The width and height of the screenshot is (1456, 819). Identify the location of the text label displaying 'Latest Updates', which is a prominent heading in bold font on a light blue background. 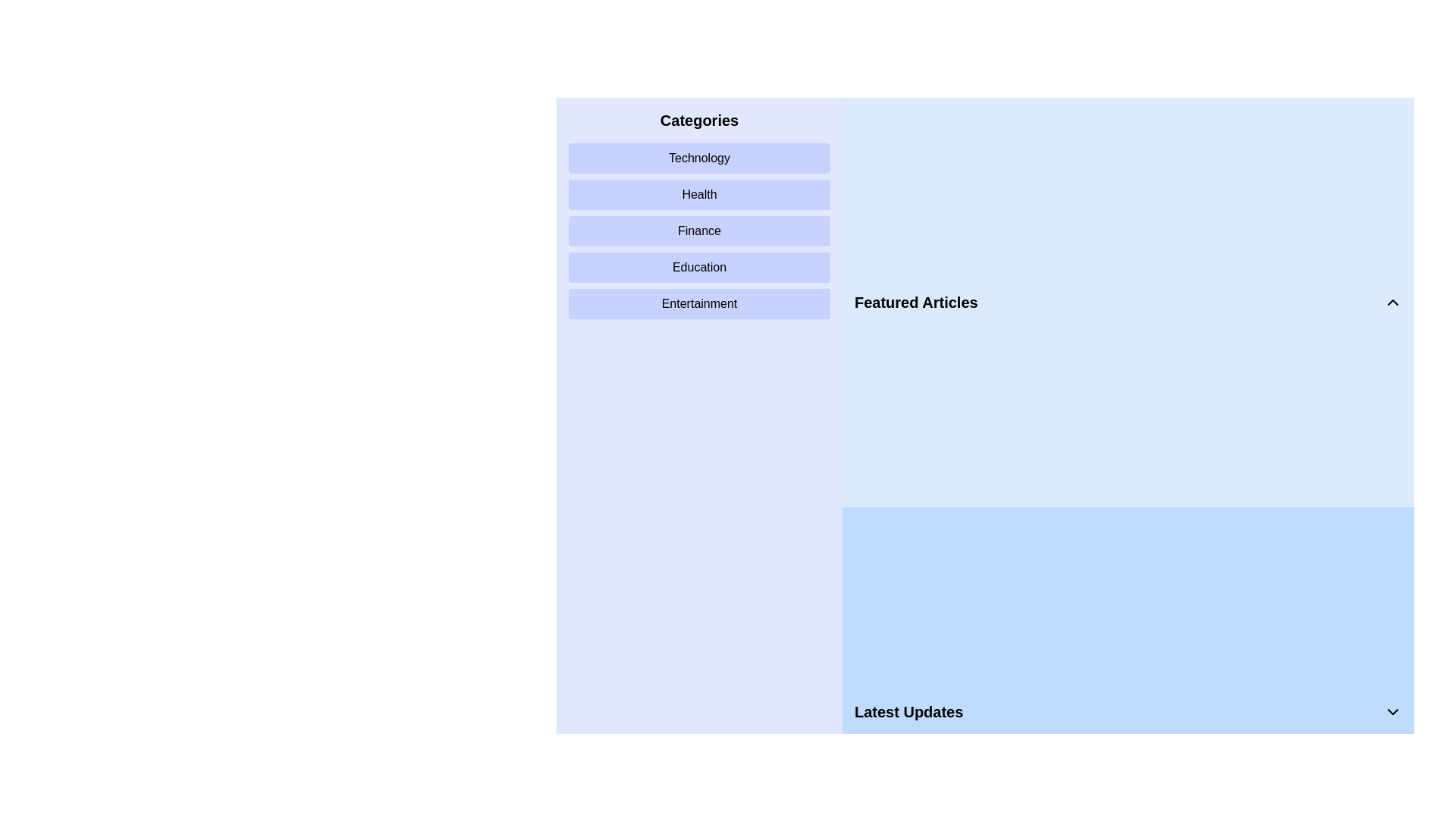
(908, 711).